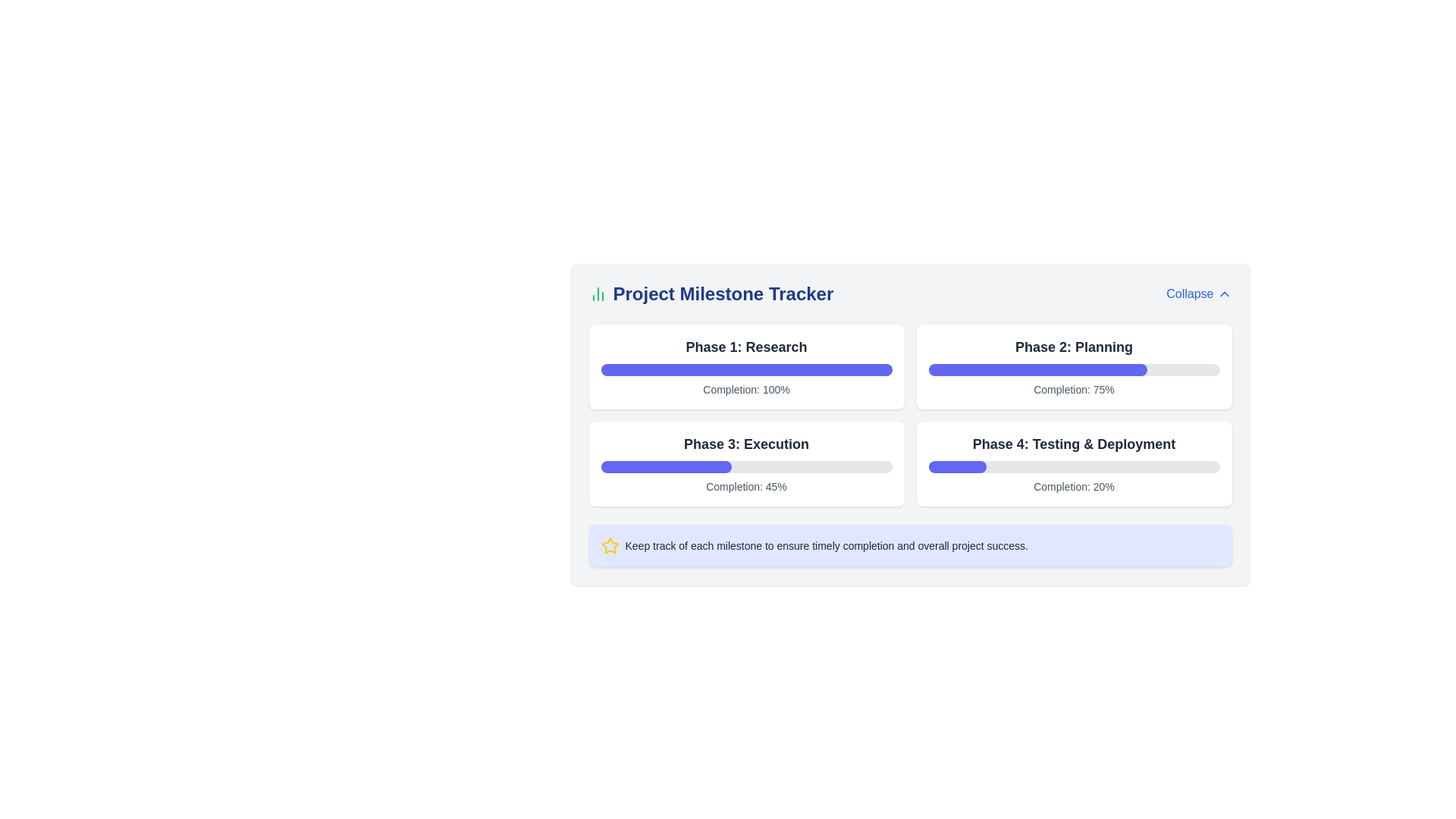 Image resolution: width=1456 pixels, height=819 pixels. What do you see at coordinates (746, 366) in the screenshot?
I see `the Card element displaying the completion status of 'Phase 1: Research' in the project management grid layout` at bounding box center [746, 366].